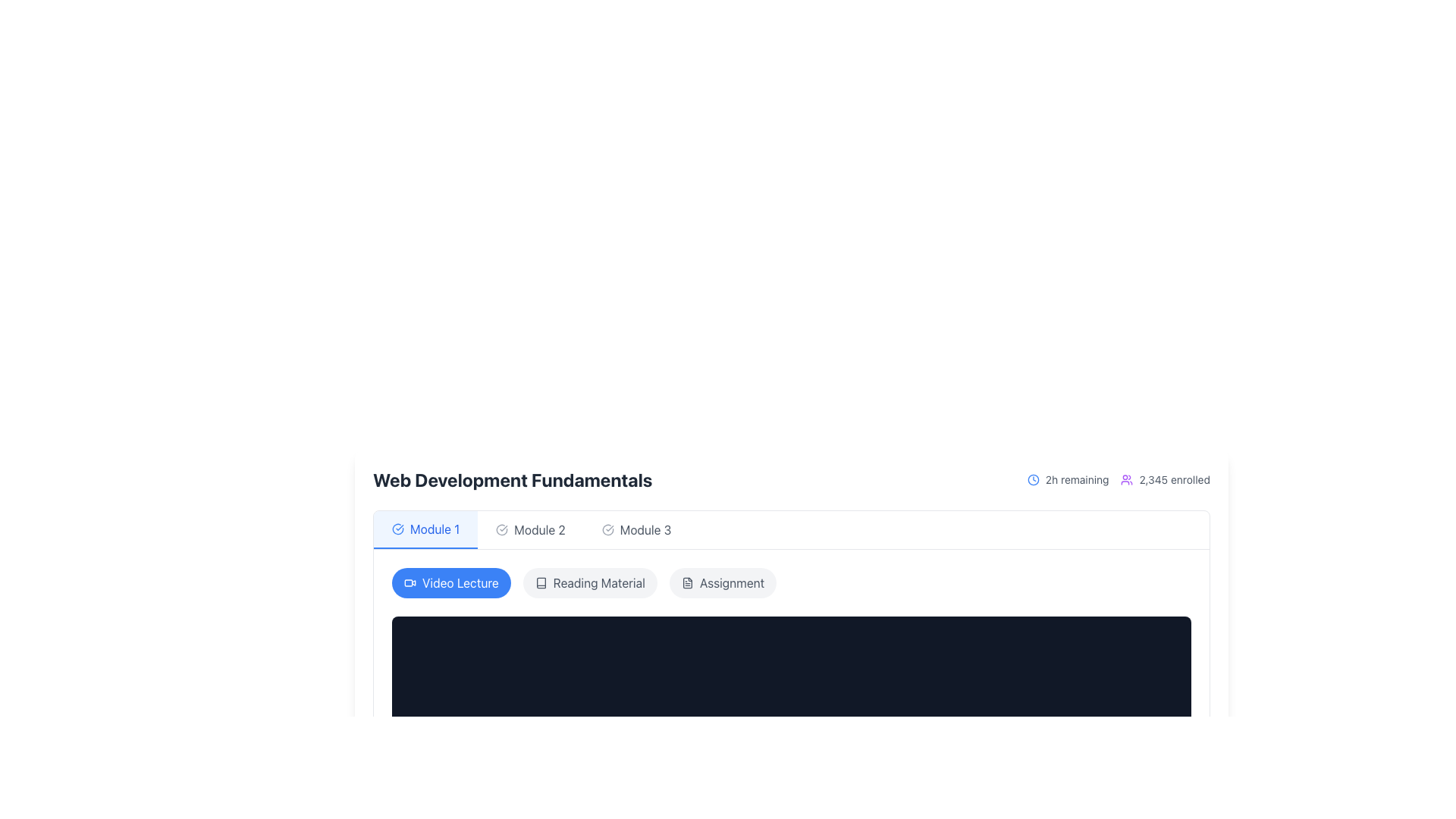 The image size is (1456, 819). What do you see at coordinates (1174, 479) in the screenshot?
I see `text label displaying '2,345 enrolled' located at the bottom-right corner of the header section to understand enrollment statistics` at bounding box center [1174, 479].